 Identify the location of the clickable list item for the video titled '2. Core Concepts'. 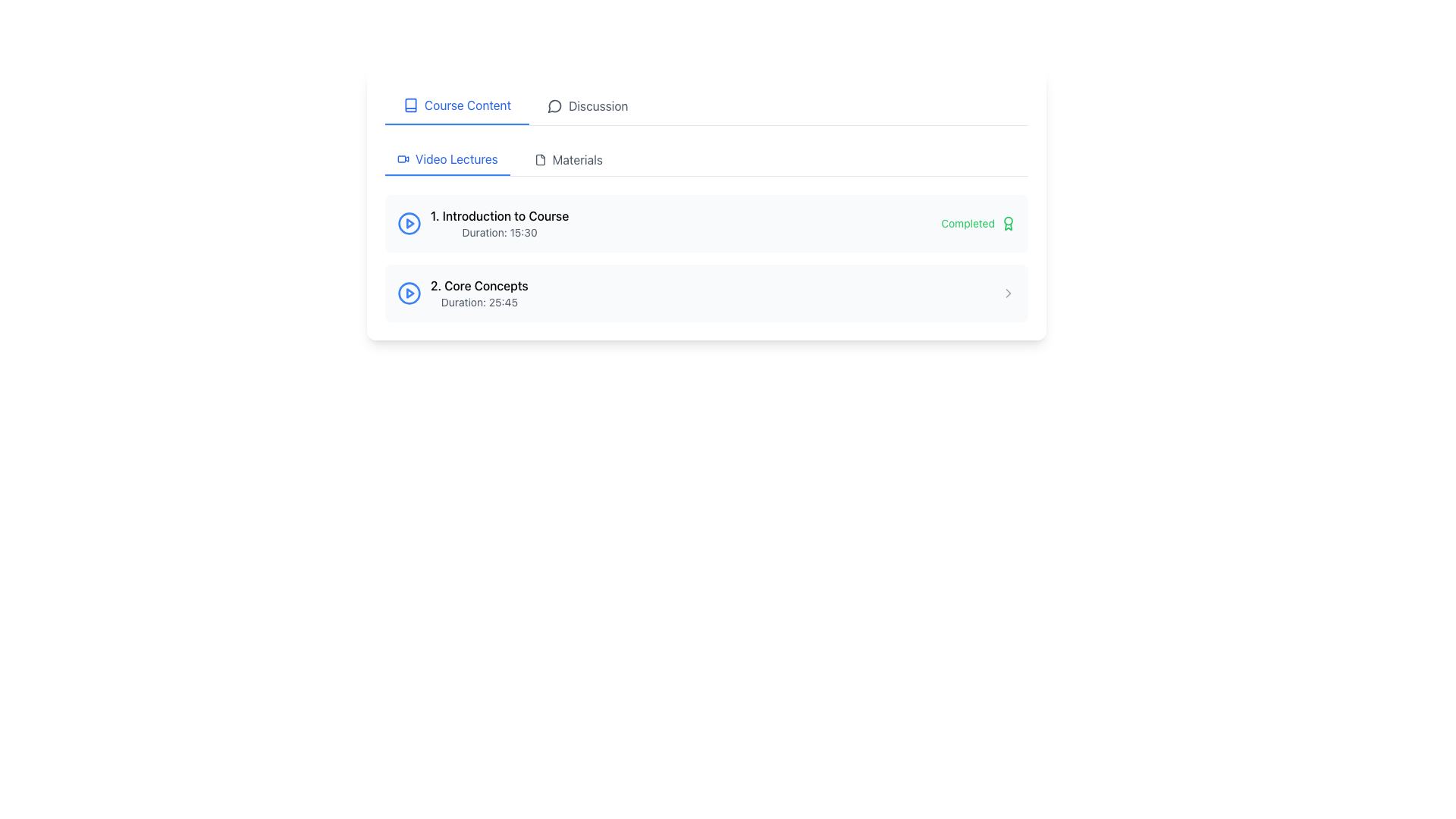
(462, 293).